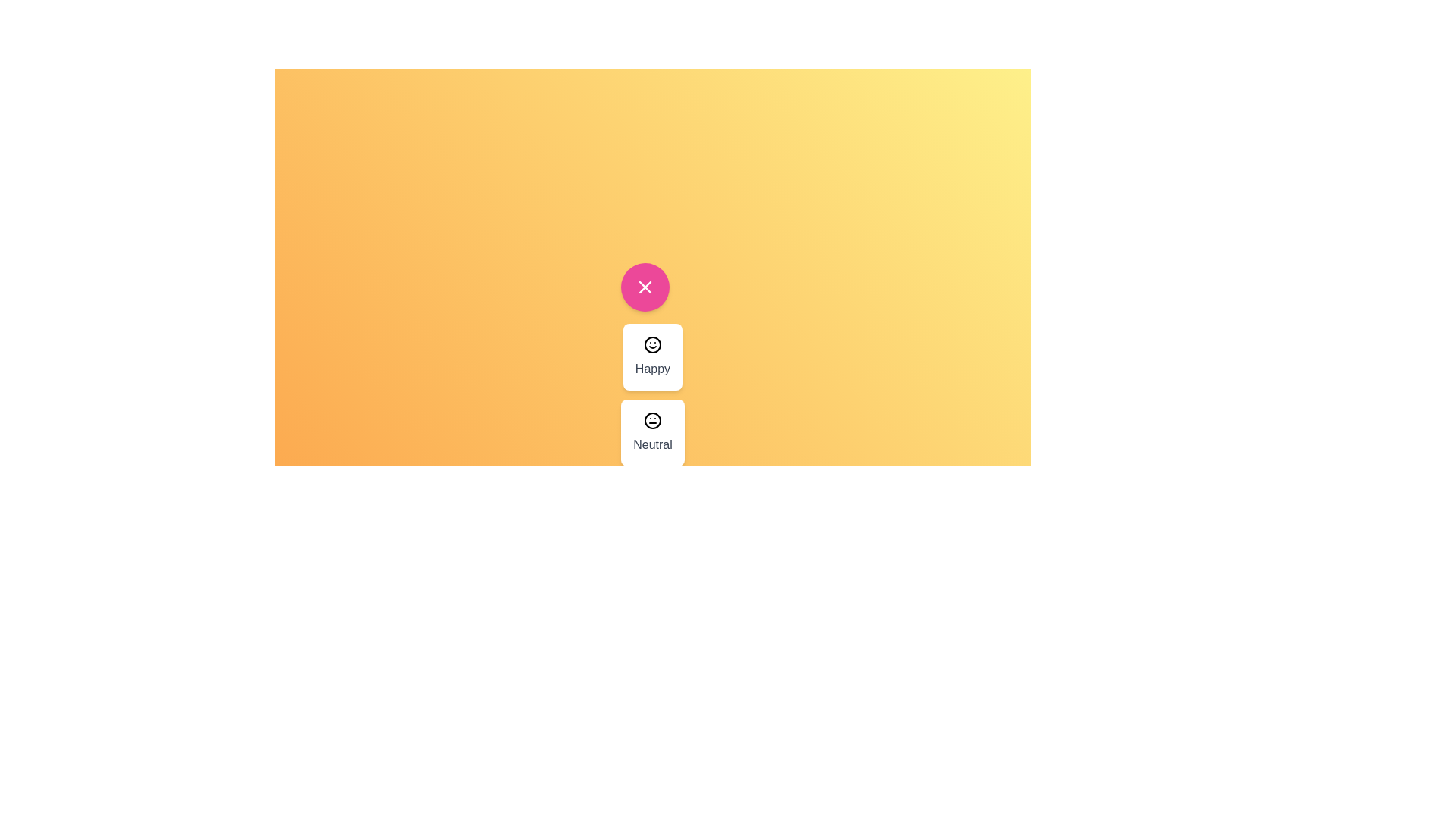 The height and width of the screenshot is (819, 1456). Describe the element at coordinates (645, 287) in the screenshot. I see `the pink button to toggle the menu visibility` at that location.